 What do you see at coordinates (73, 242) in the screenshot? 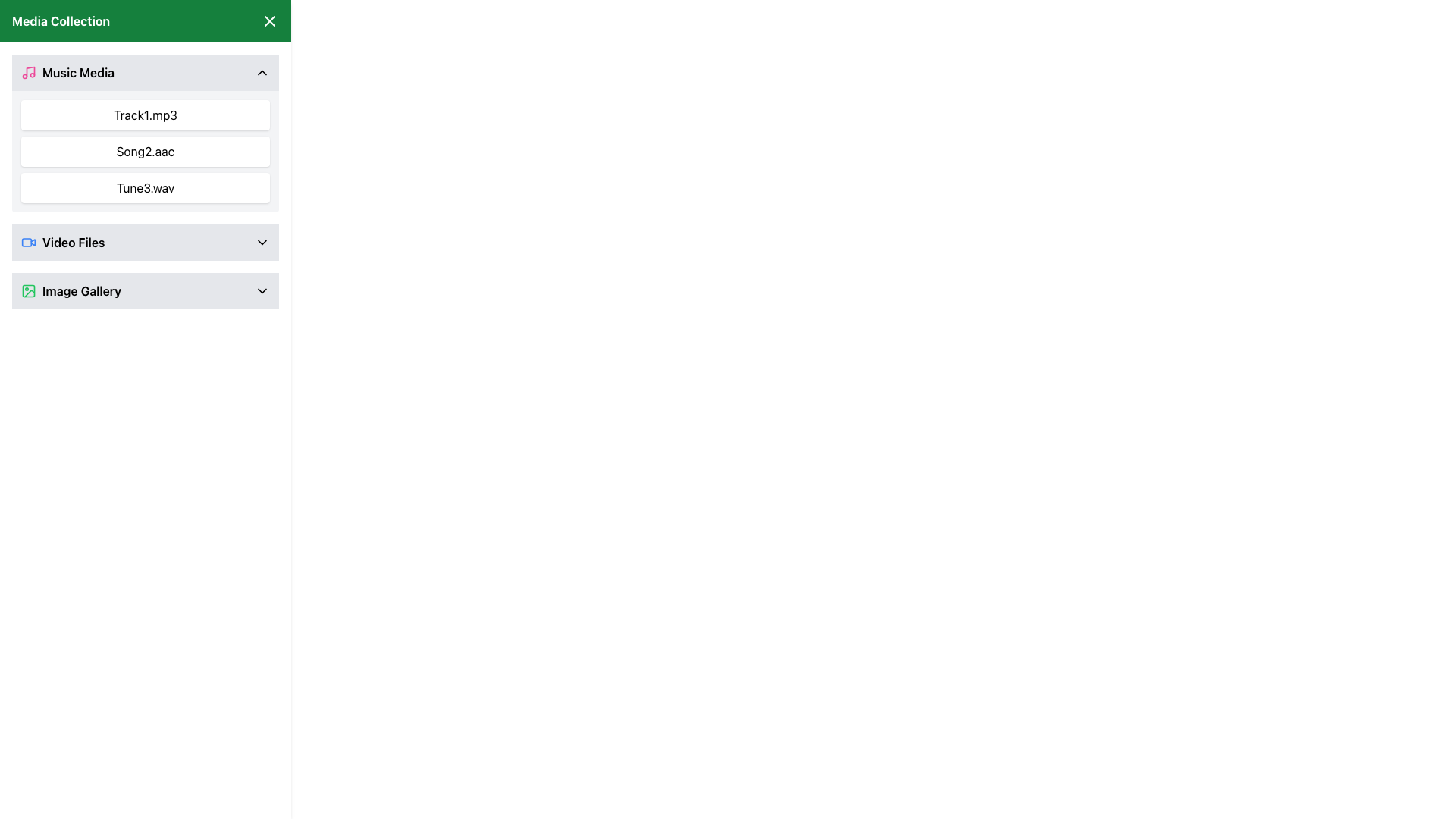
I see `the 'Video Files' text label located in the left panel below 'Music Media', above 'Image Gallery', which features a blue video icon and is styled in bold font` at bounding box center [73, 242].